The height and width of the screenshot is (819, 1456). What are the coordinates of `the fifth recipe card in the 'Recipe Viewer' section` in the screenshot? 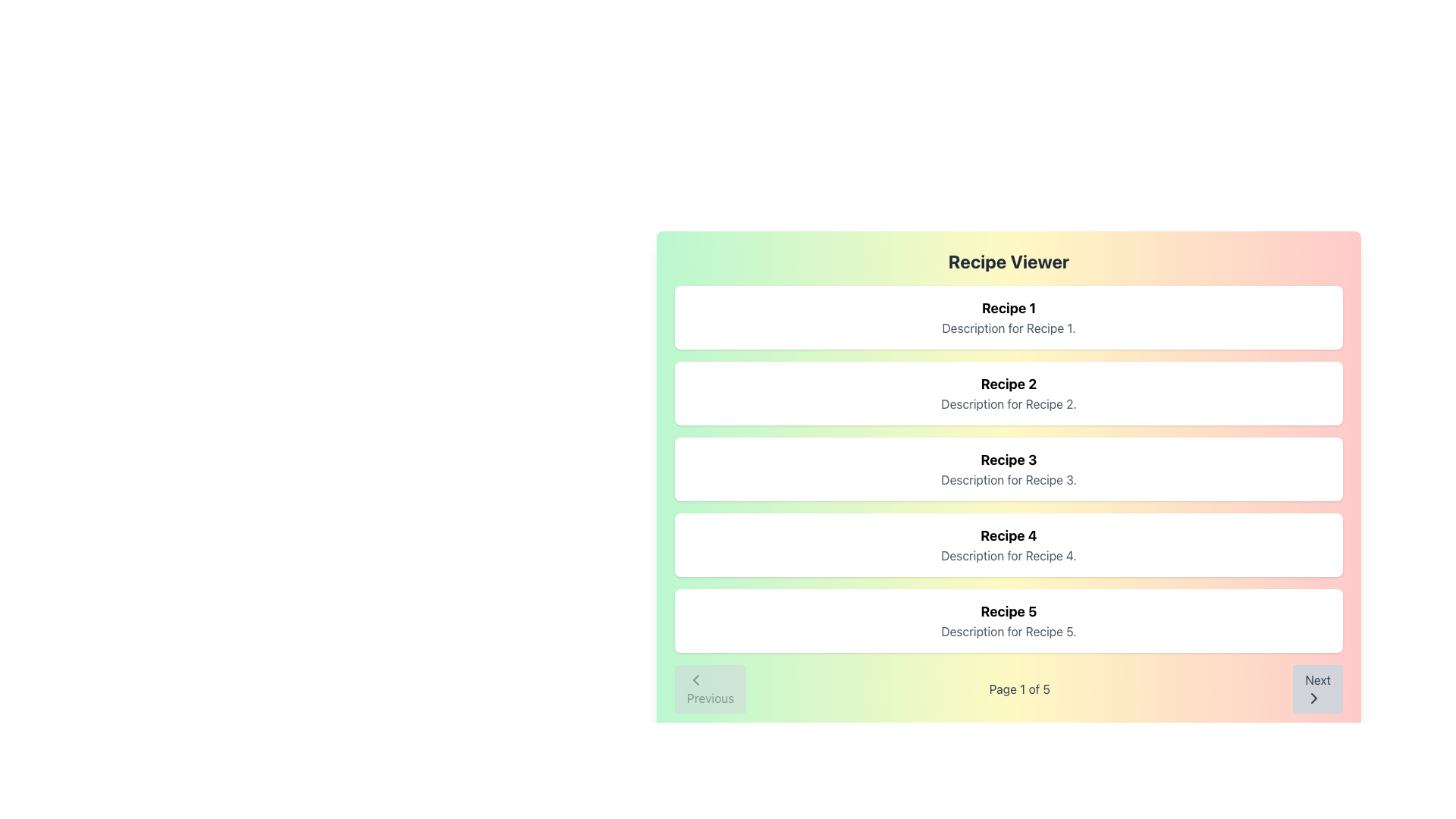 It's located at (1009, 620).